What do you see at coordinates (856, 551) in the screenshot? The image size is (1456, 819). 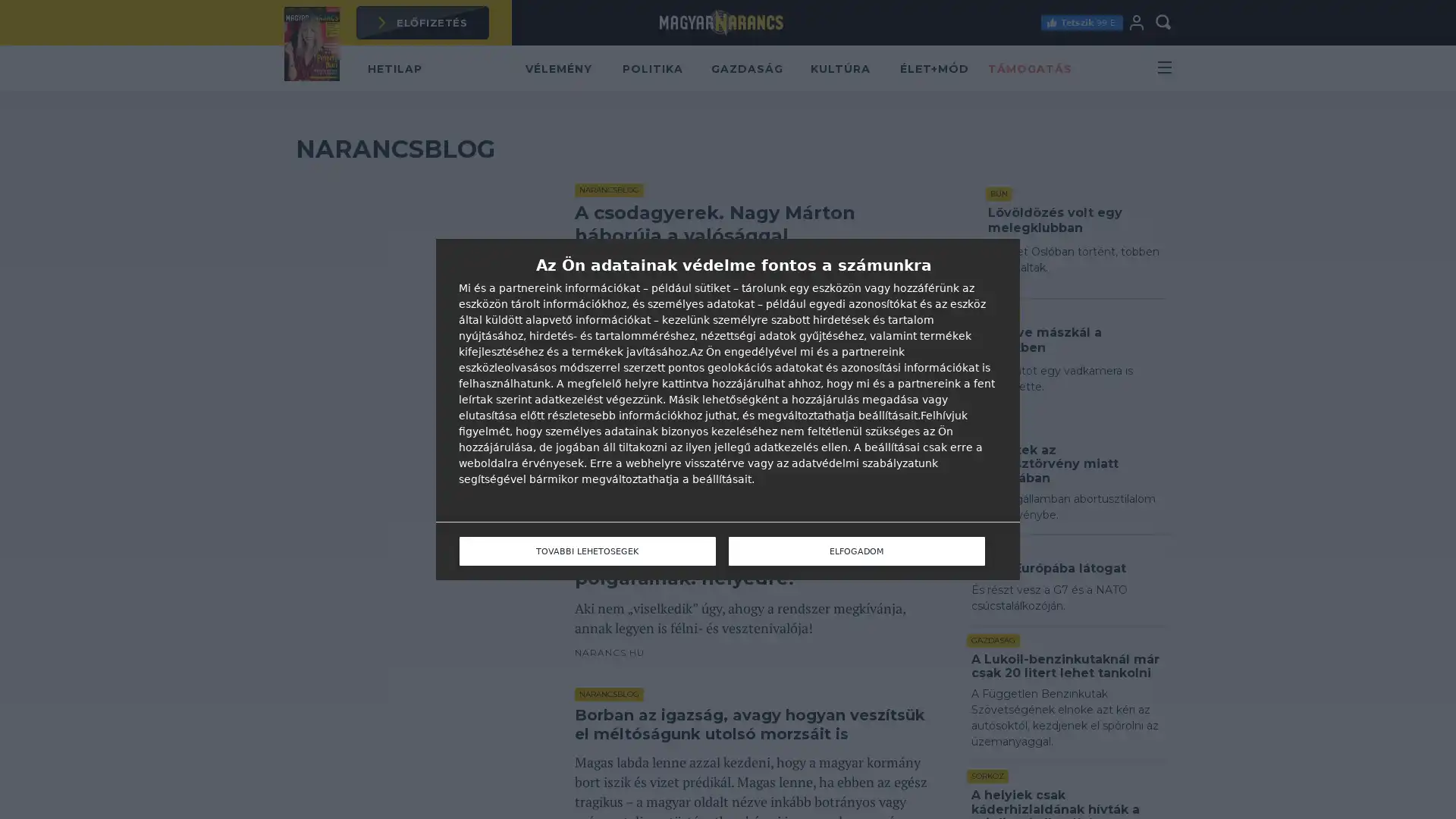 I see `ELFOGADOM` at bounding box center [856, 551].